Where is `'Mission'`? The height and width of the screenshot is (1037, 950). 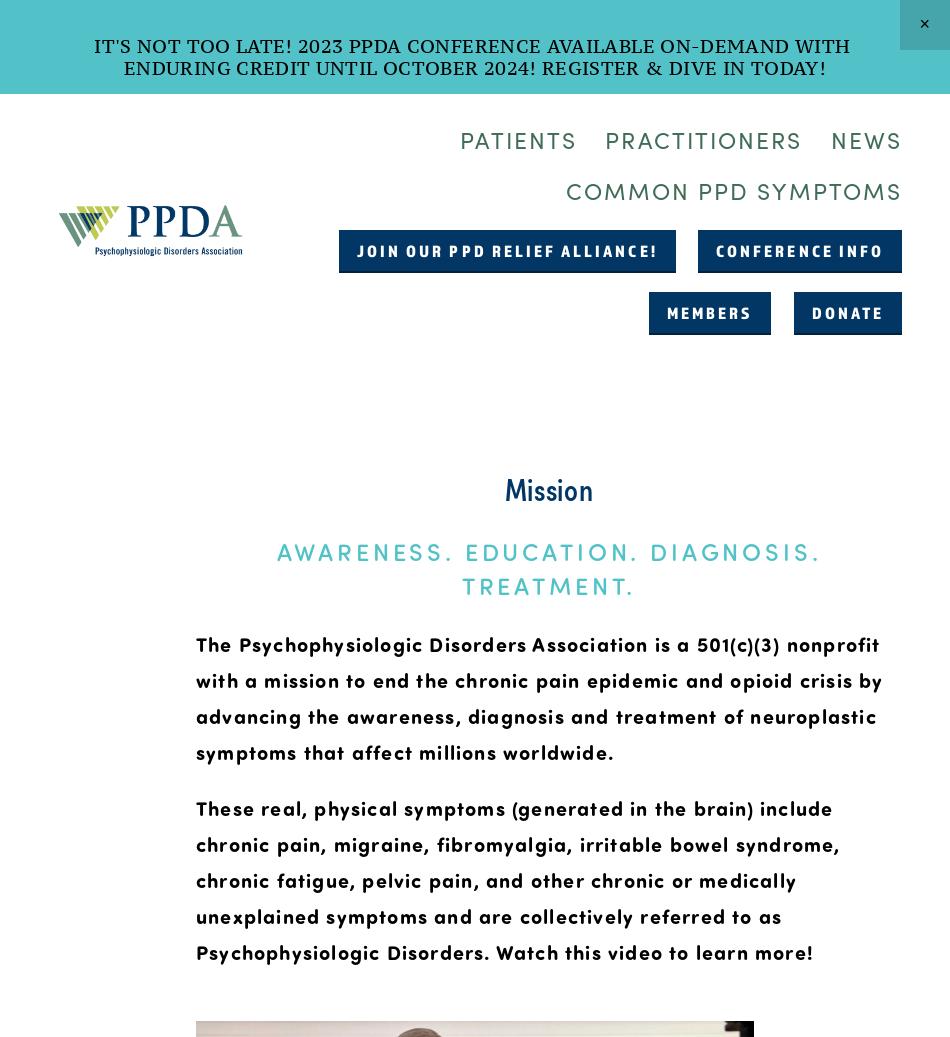
'Mission' is located at coordinates (503, 485).